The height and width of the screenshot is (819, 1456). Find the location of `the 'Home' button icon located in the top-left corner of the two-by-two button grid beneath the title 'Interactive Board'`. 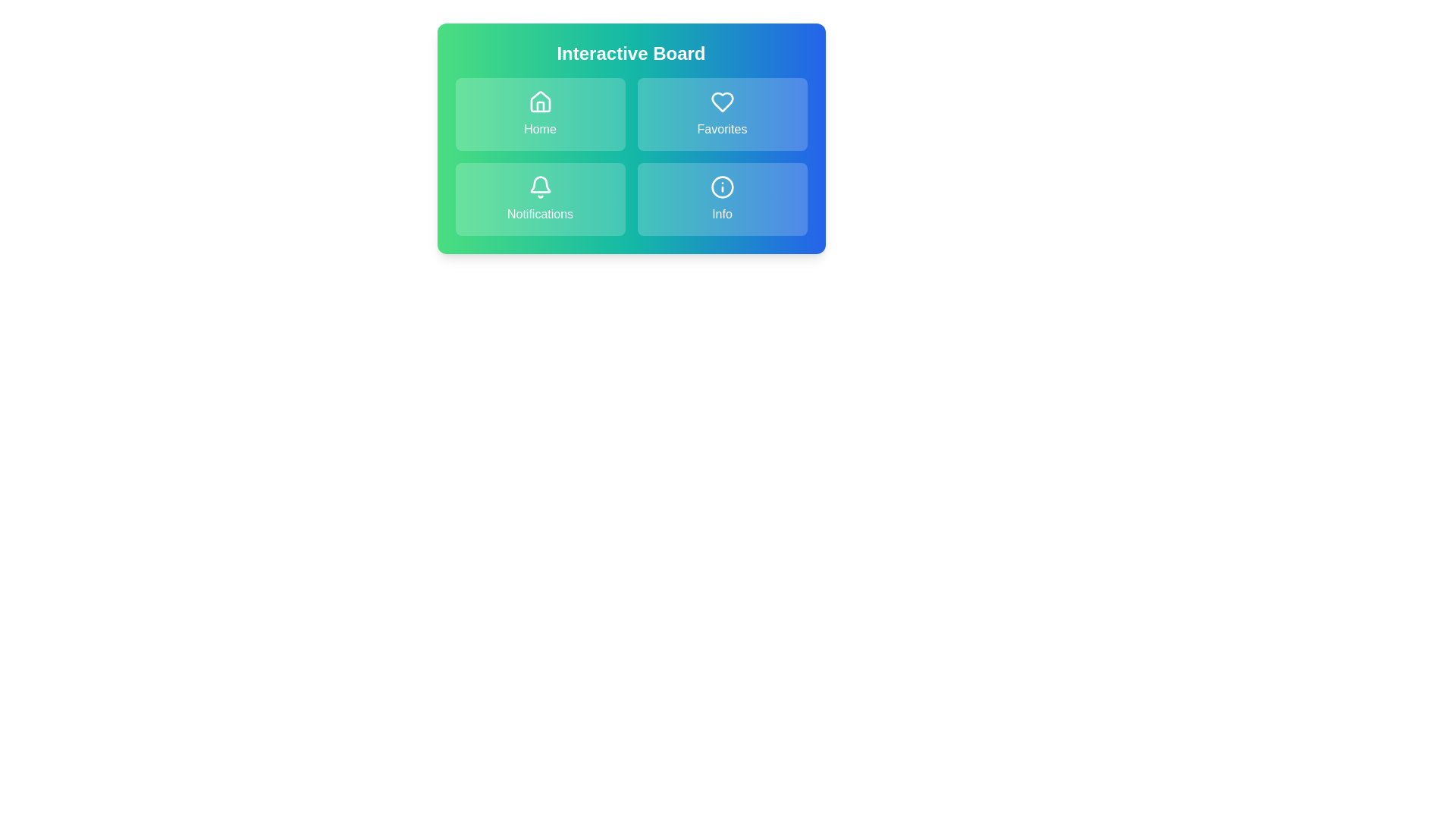

the 'Home' button icon located in the top-left corner of the two-by-two button grid beneath the title 'Interactive Board' is located at coordinates (540, 102).